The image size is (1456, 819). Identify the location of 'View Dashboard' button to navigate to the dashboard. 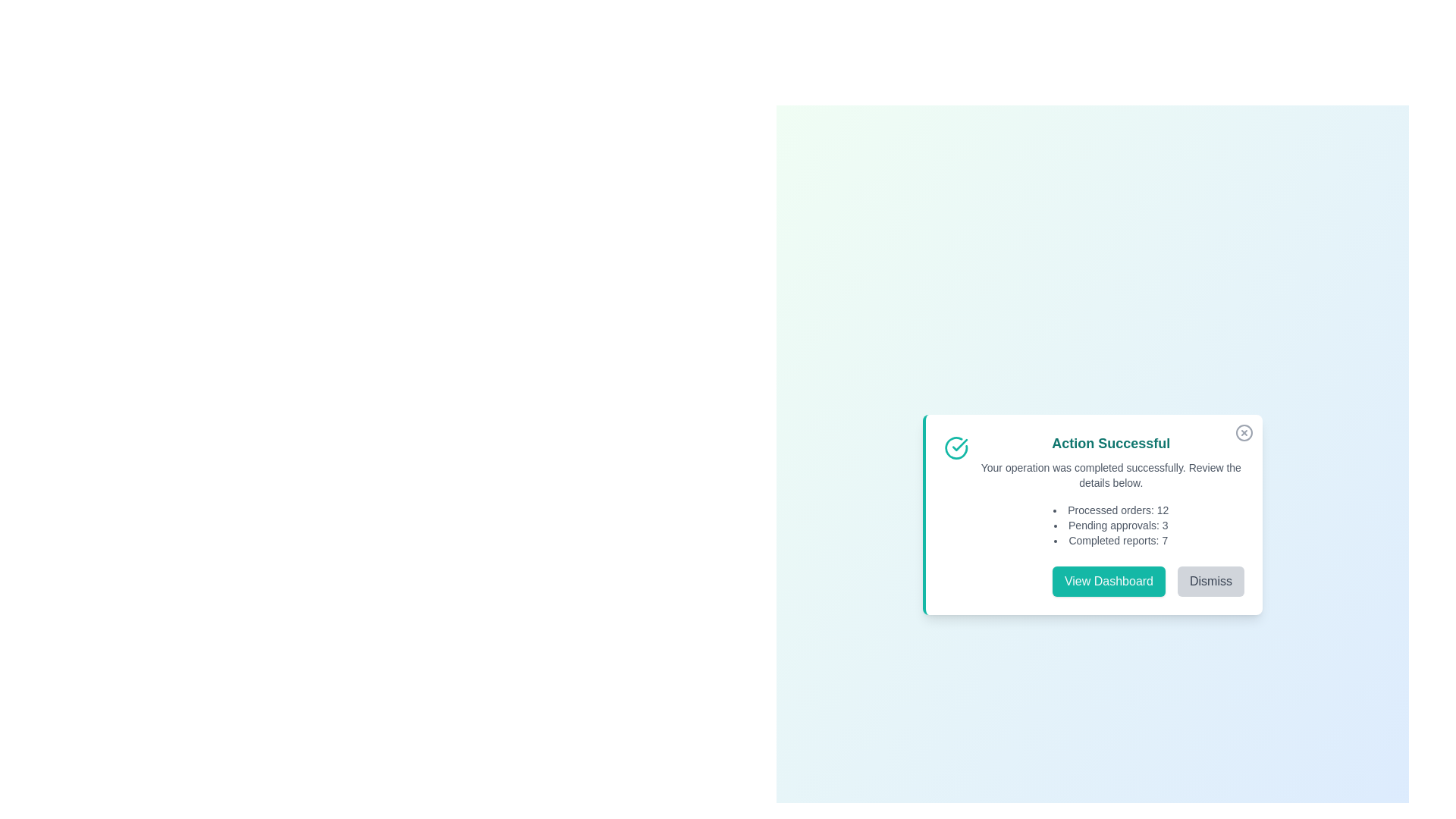
(1109, 581).